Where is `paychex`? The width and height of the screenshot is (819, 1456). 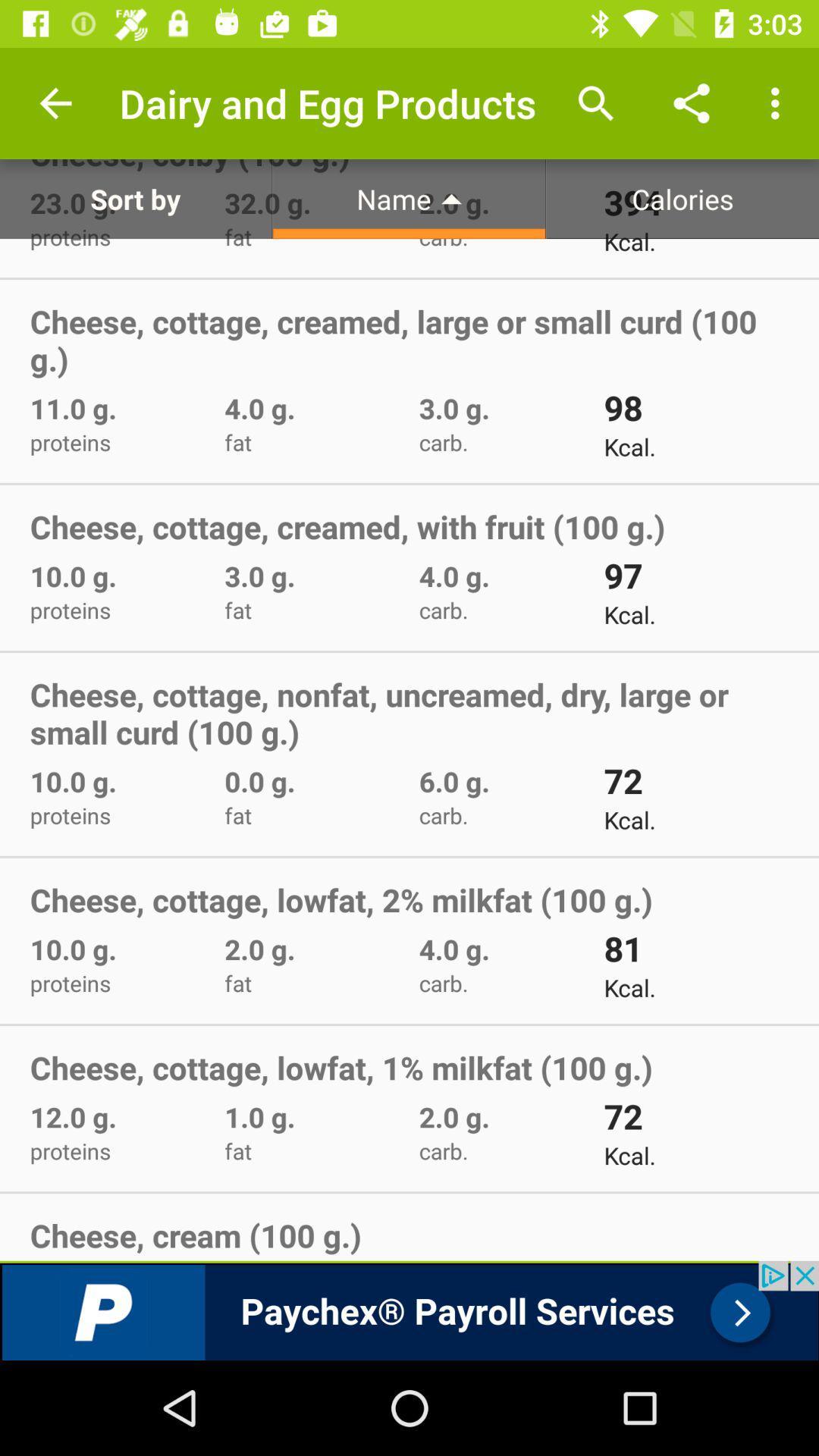
paychex is located at coordinates (409, 1310).